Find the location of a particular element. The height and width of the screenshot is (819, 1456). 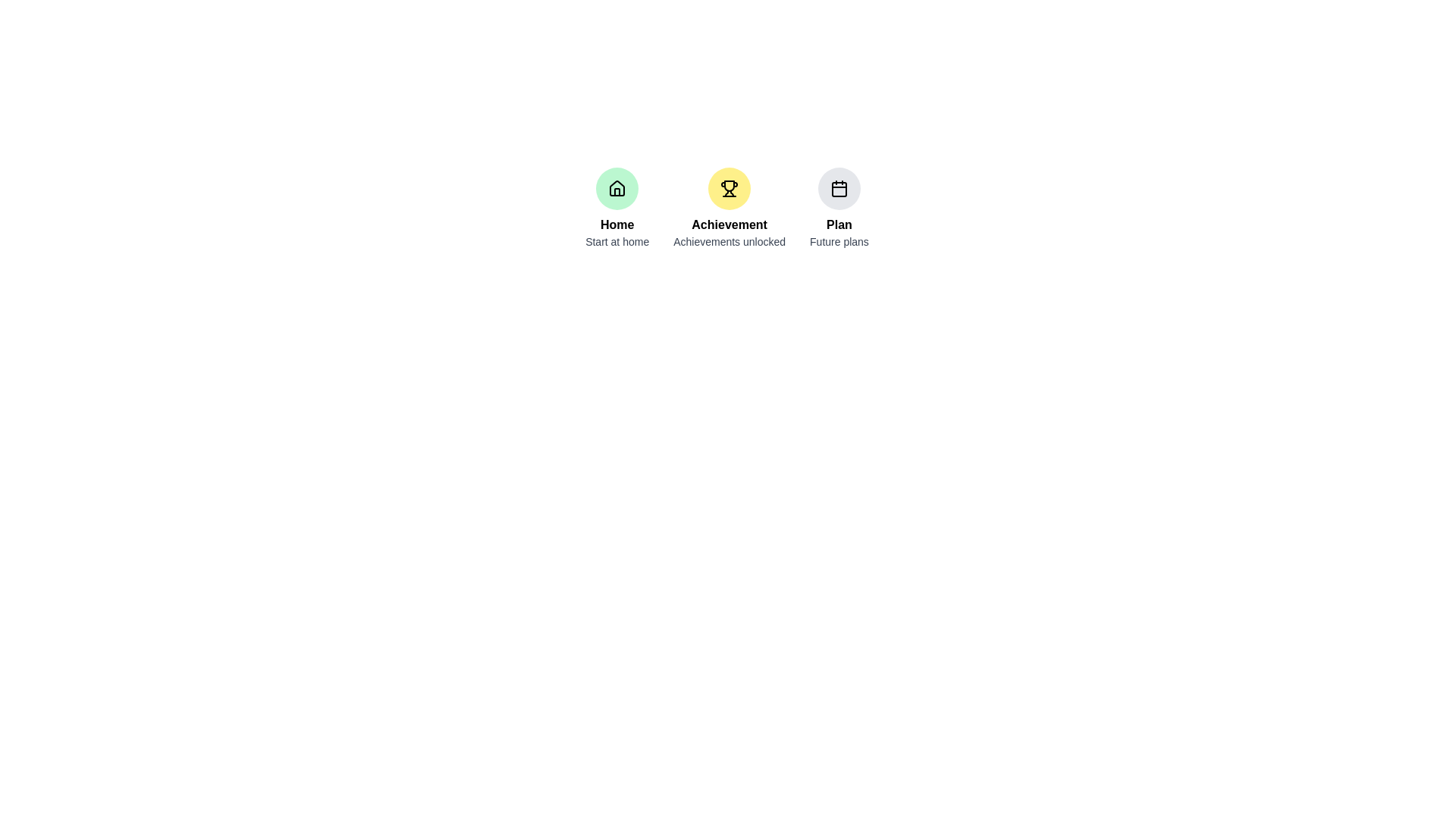

descriptive context label located directly below the 'Home' label and house icon is located at coordinates (617, 241).